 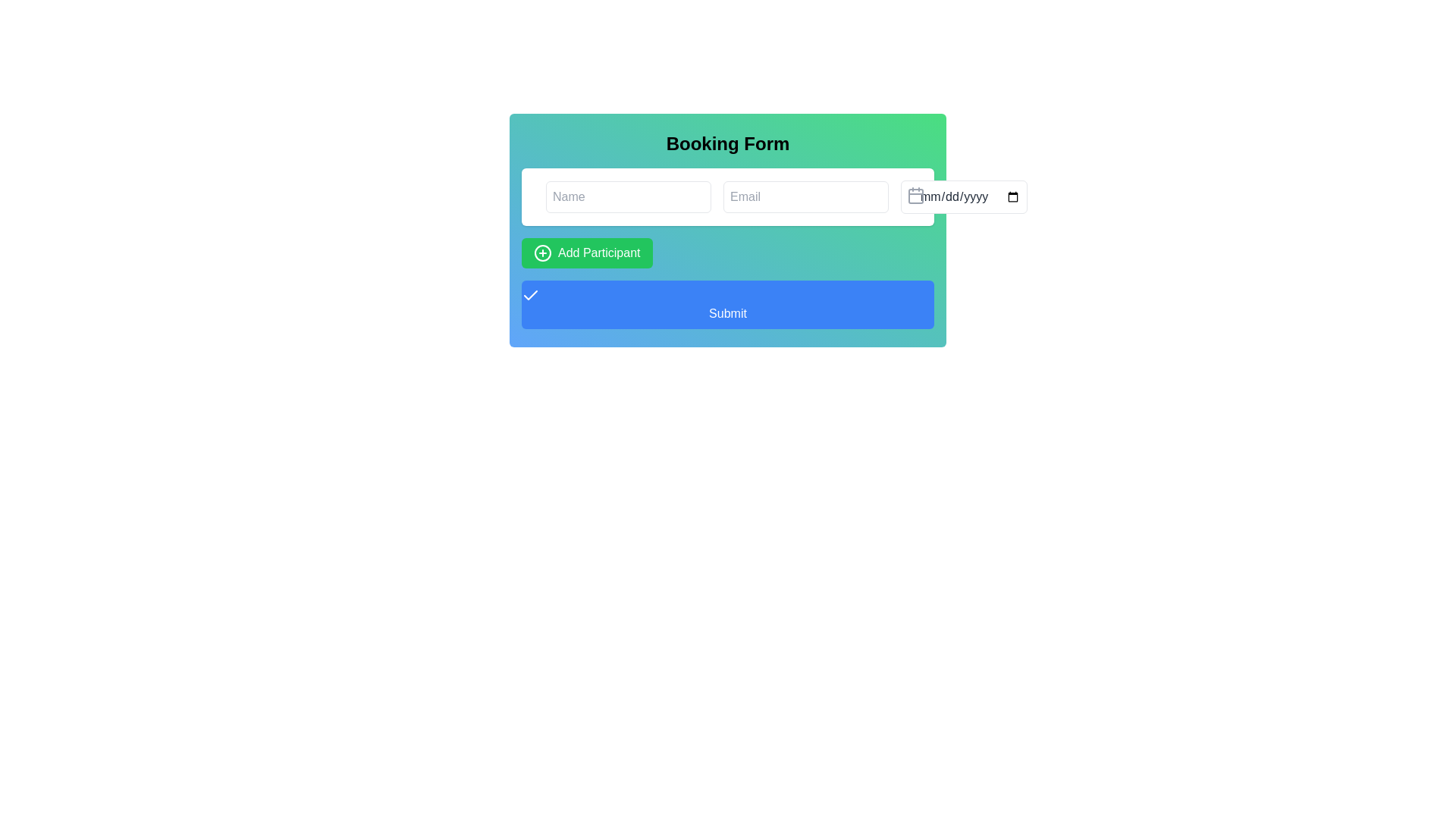 What do you see at coordinates (542, 253) in the screenshot?
I see `the SVG circle with a green background, located at the center of the 'Add Participant' button, positioned below the 'Name' and 'Email' input fields, and above the blue 'Submit' button` at bounding box center [542, 253].